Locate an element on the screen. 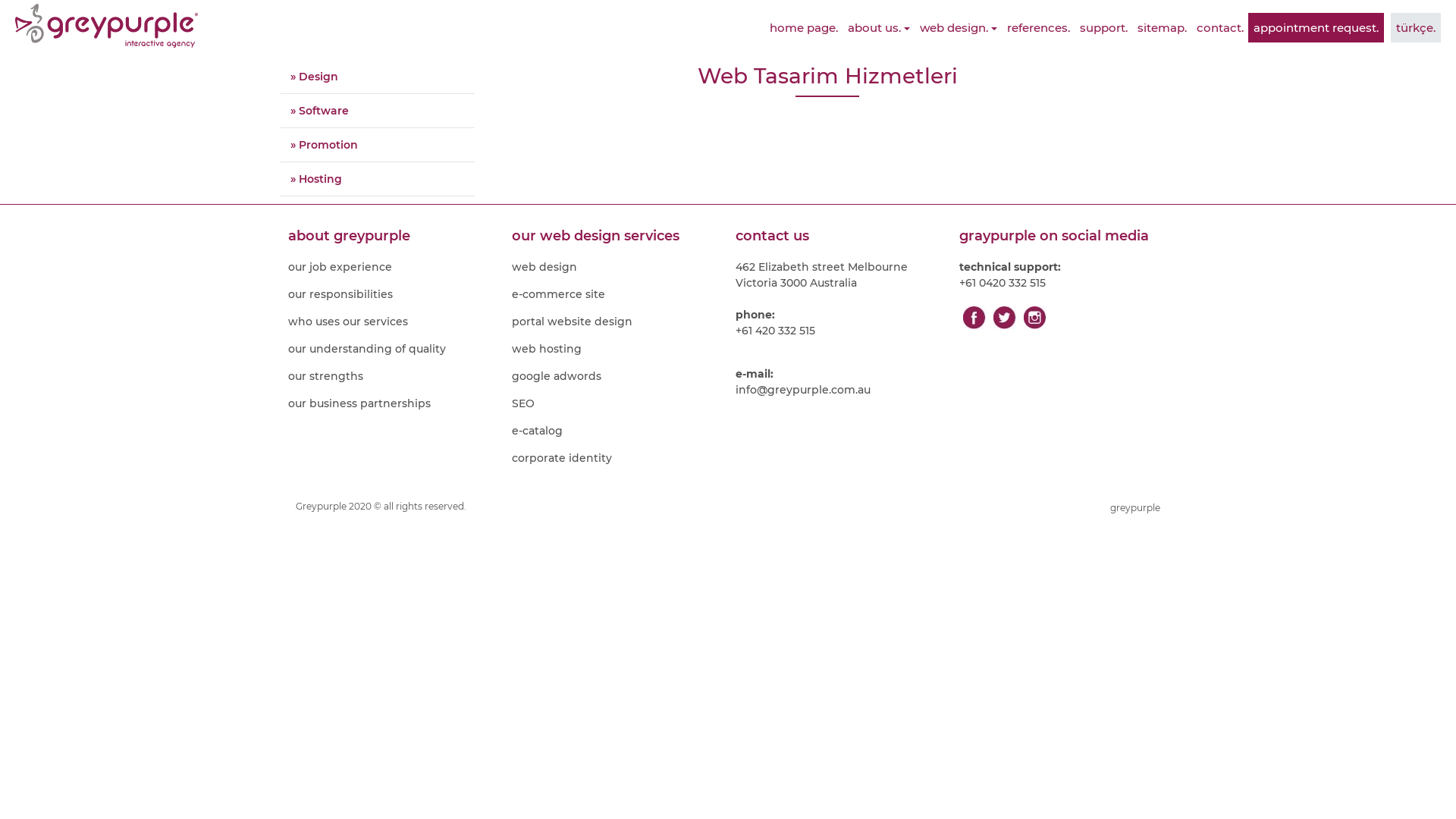 The width and height of the screenshot is (1456, 819). 'portal website design' is located at coordinates (616, 321).